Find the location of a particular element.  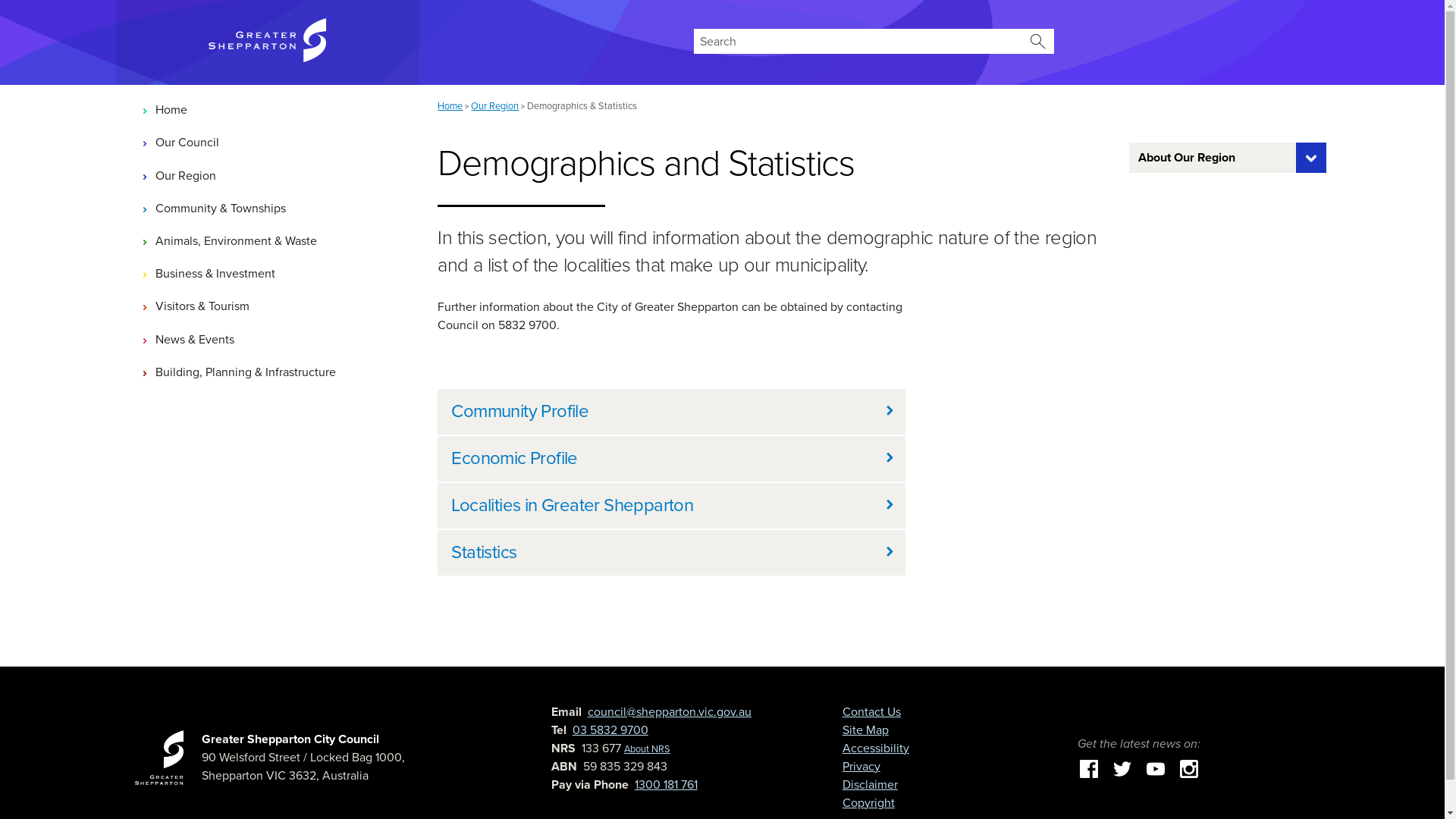

'Contact Us' is located at coordinates (841, 711).